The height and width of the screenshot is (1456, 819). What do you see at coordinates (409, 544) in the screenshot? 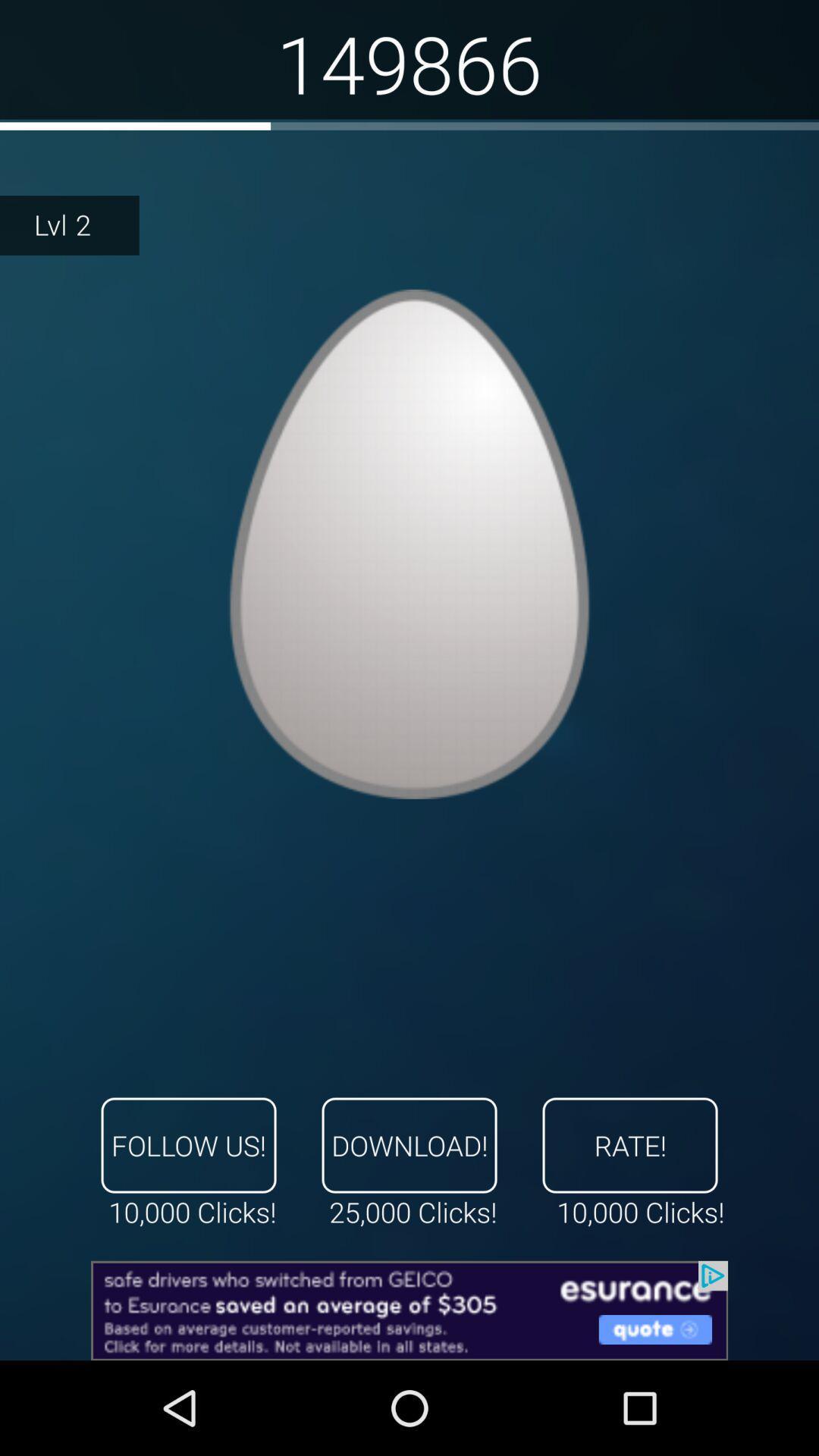
I see `click image` at bounding box center [409, 544].